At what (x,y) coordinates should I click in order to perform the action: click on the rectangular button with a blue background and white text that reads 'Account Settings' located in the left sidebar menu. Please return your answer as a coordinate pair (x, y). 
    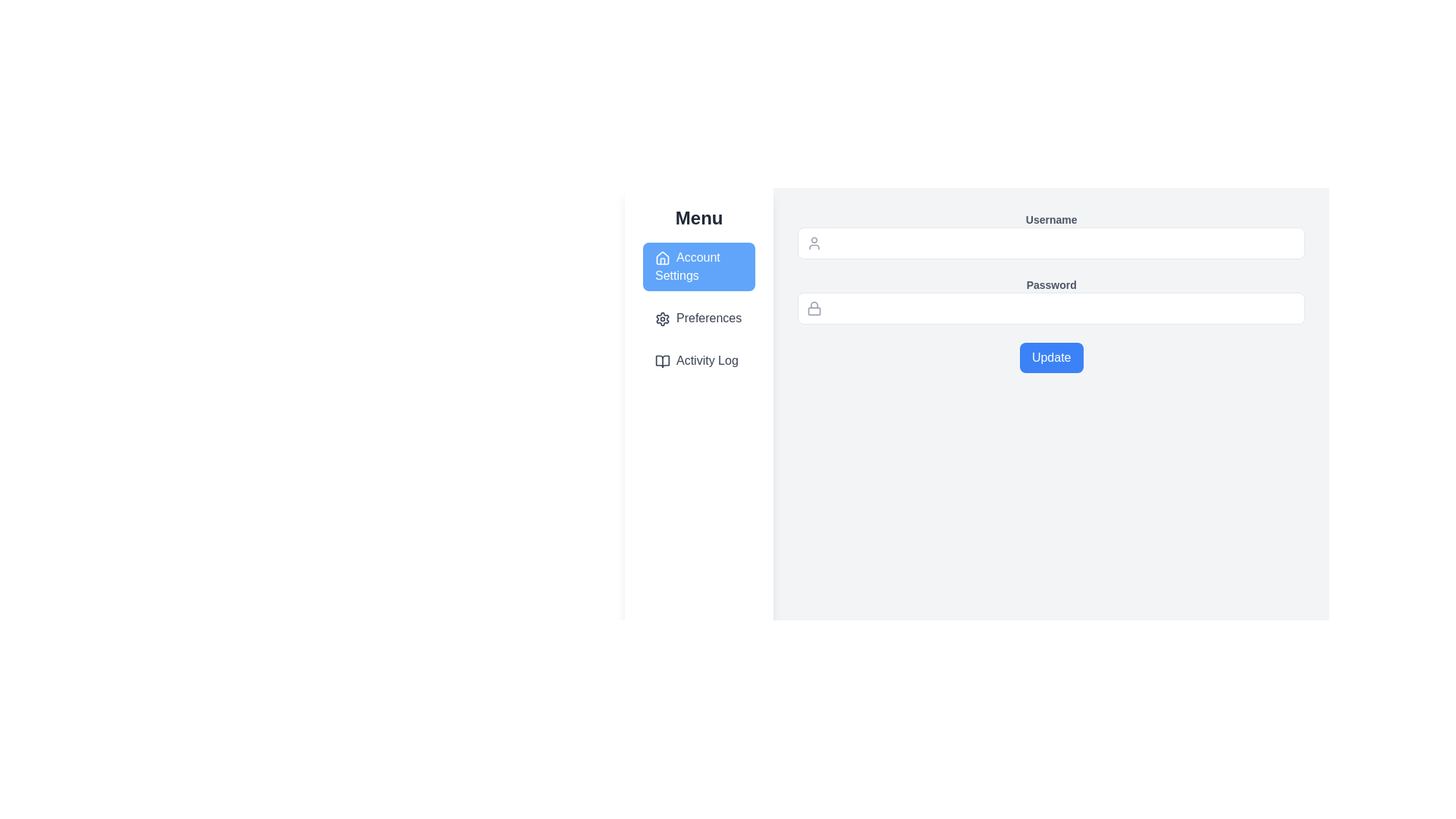
    Looking at the image, I should click on (698, 265).